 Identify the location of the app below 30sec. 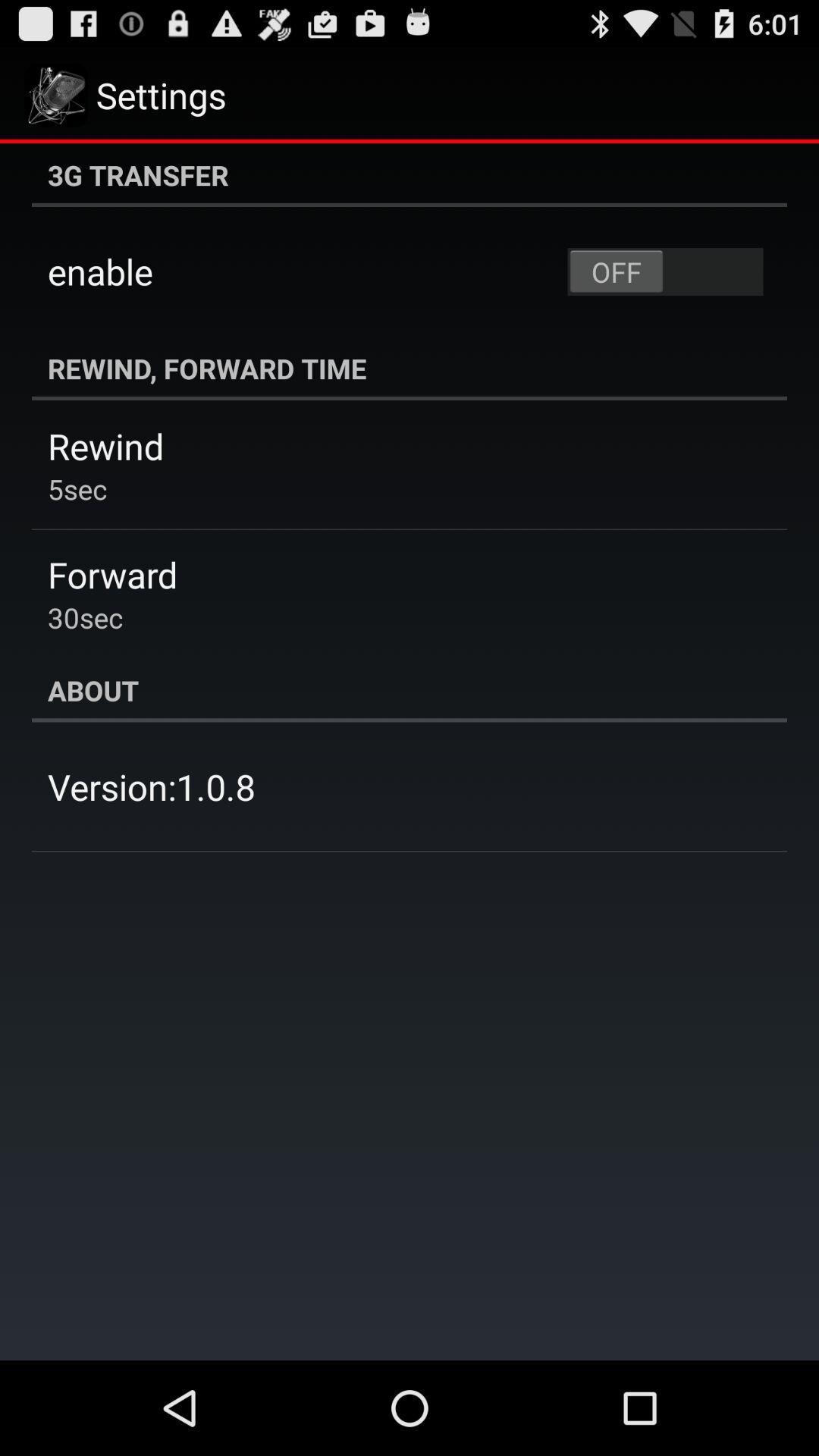
(409, 689).